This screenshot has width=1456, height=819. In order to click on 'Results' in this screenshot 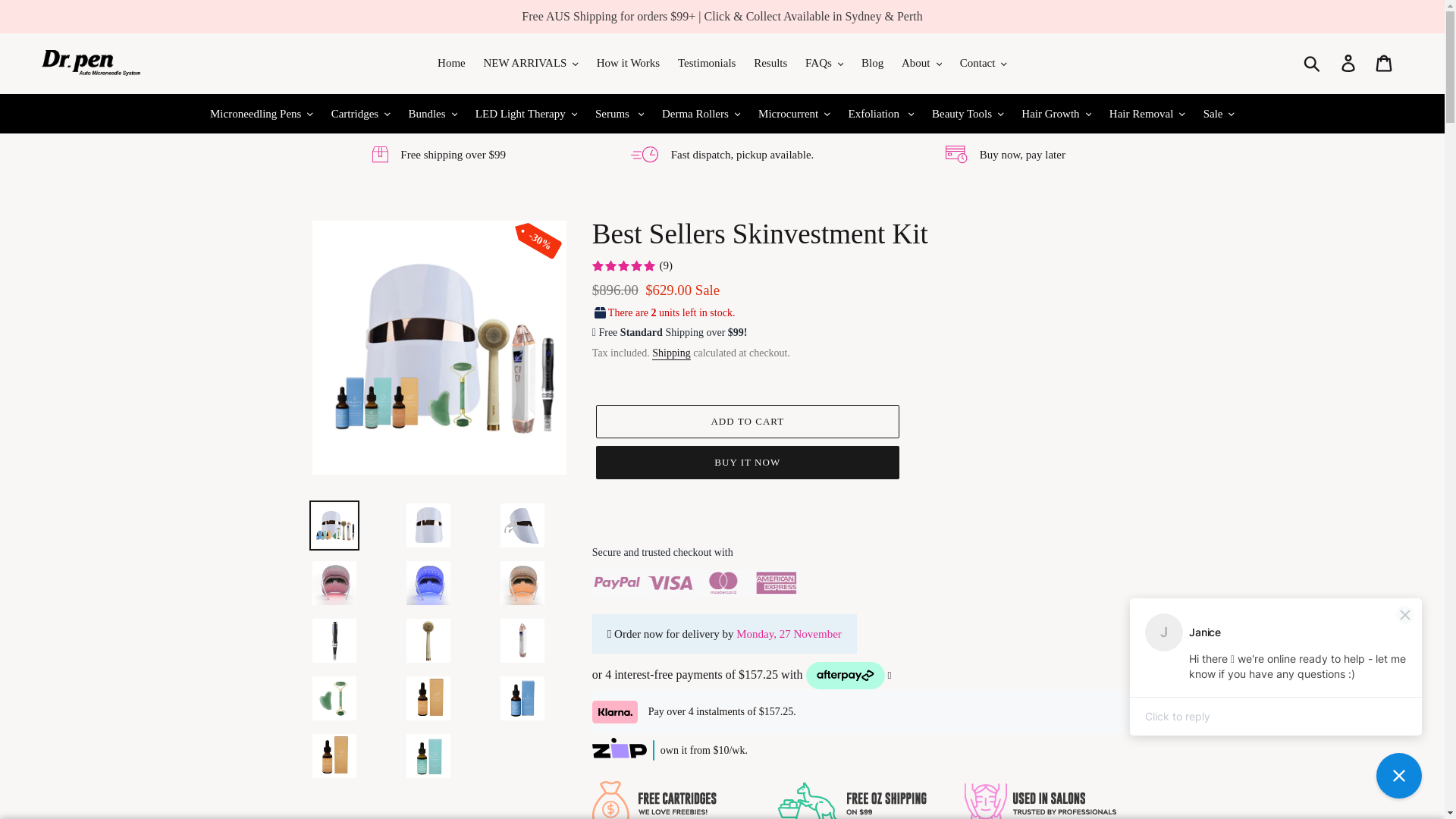, I will do `click(770, 62)`.